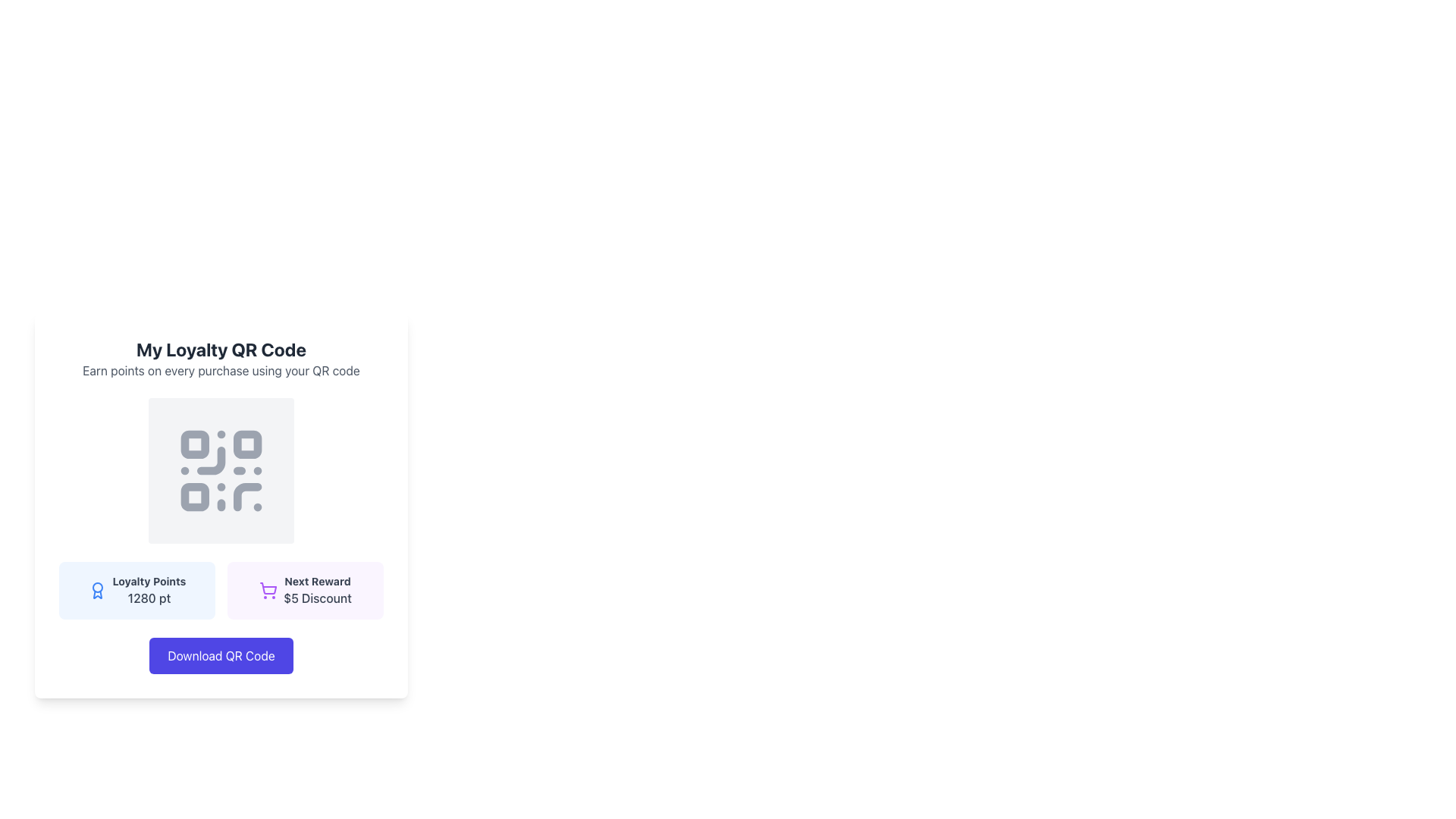 The width and height of the screenshot is (1456, 819). I want to click on the text label indicating points earned in the loyalty program, located in the upper portion of a light blue box on the left side of the interface, so click(149, 581).